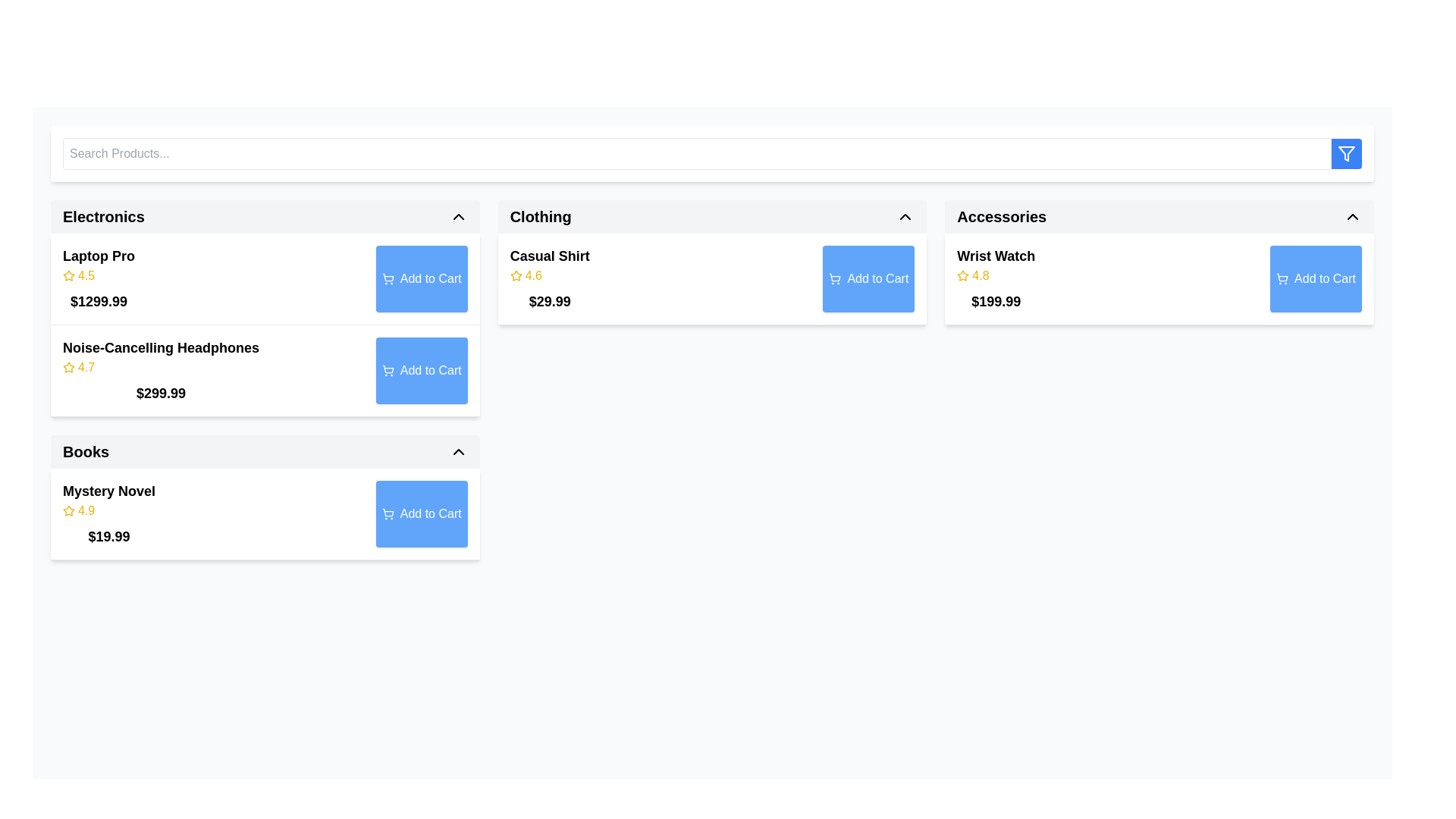 The image size is (1456, 819). Describe the element at coordinates (430, 371) in the screenshot. I see `the button labeled 'Add Noise-Cancelling Headphones to cart' which is styled with a blue background and rounded corners, located within the 'Electronics' category` at that location.